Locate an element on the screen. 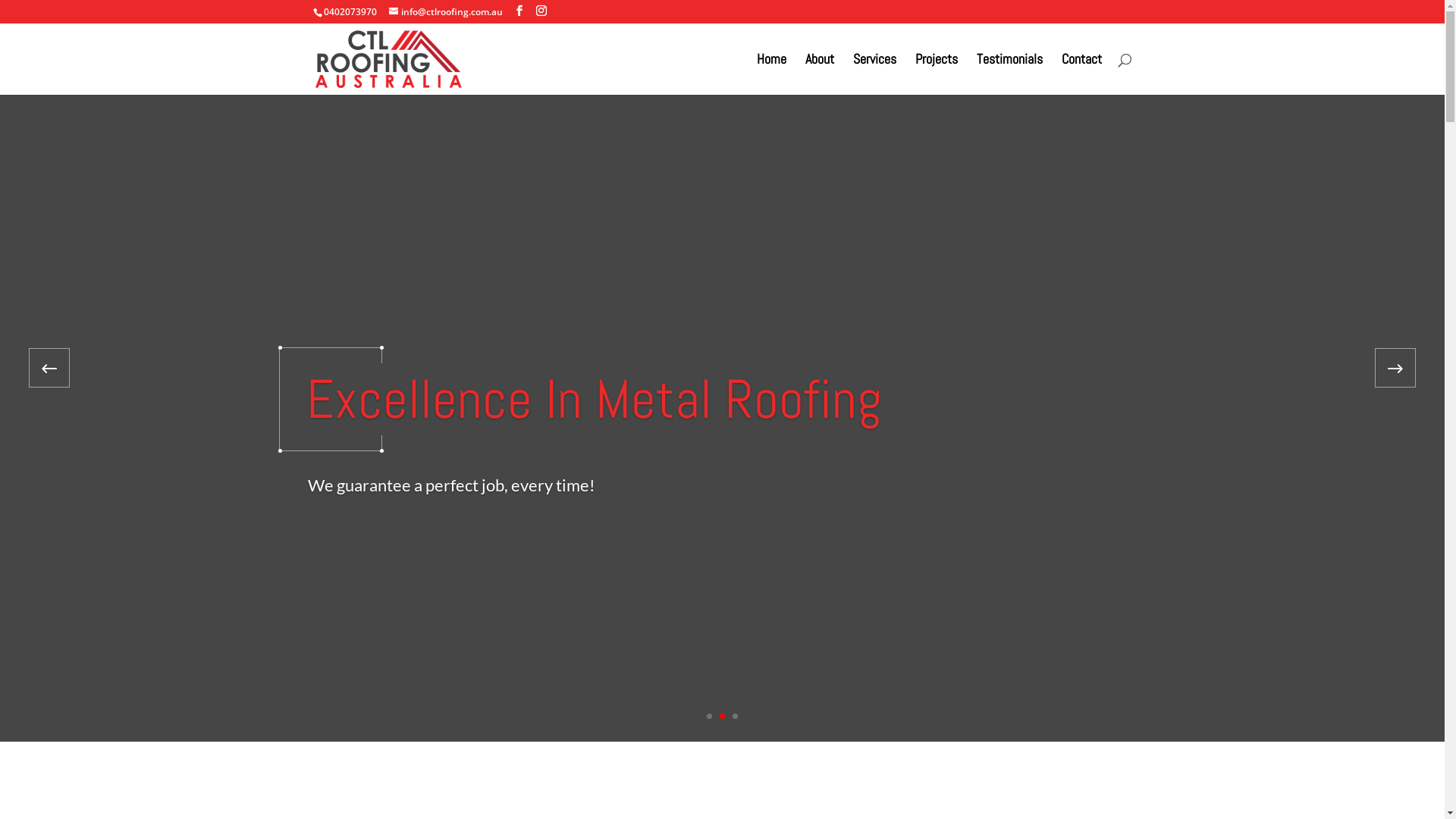  'Home' is located at coordinates (771, 74).